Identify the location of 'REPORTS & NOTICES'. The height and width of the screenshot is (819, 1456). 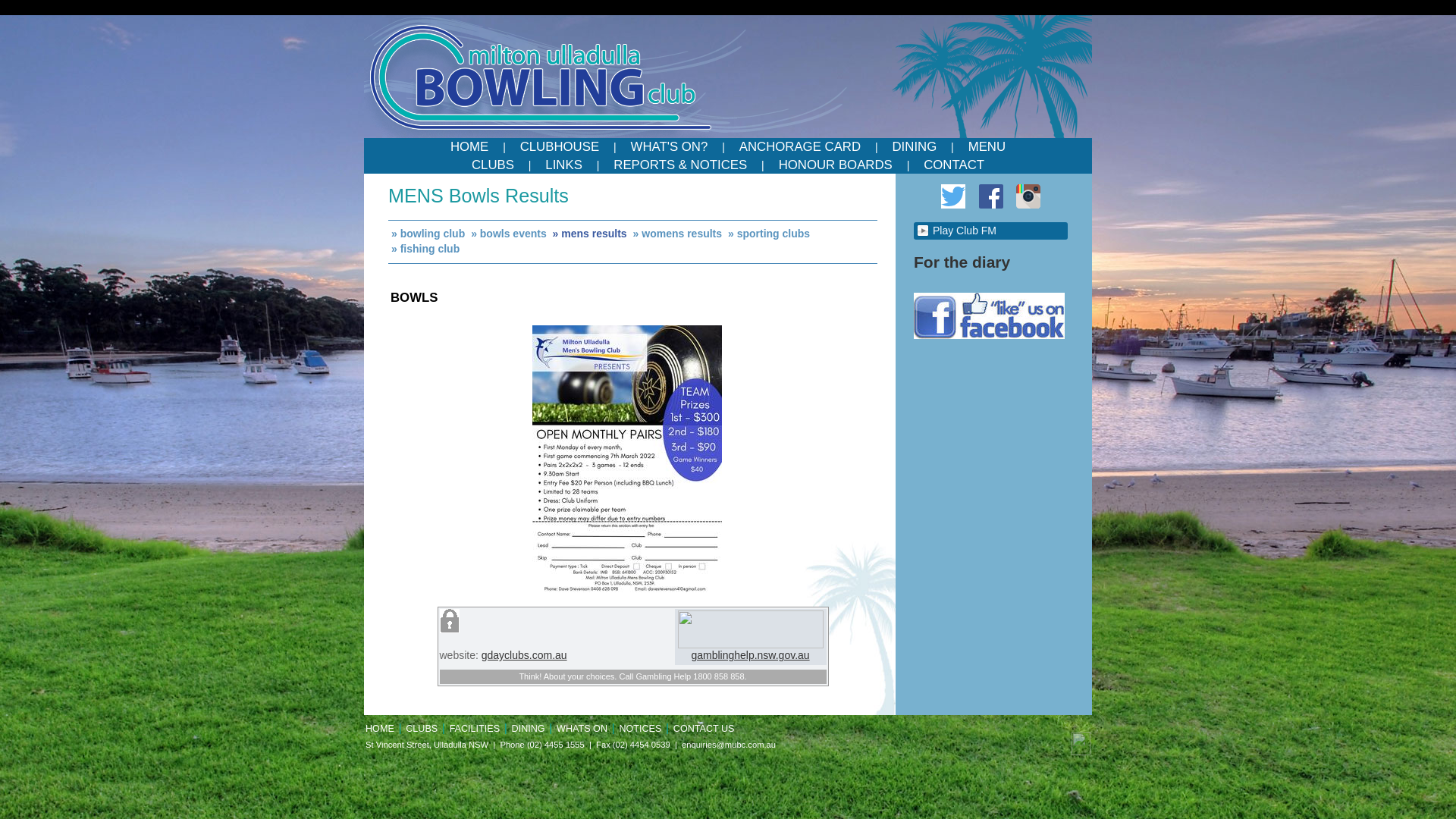
(601, 165).